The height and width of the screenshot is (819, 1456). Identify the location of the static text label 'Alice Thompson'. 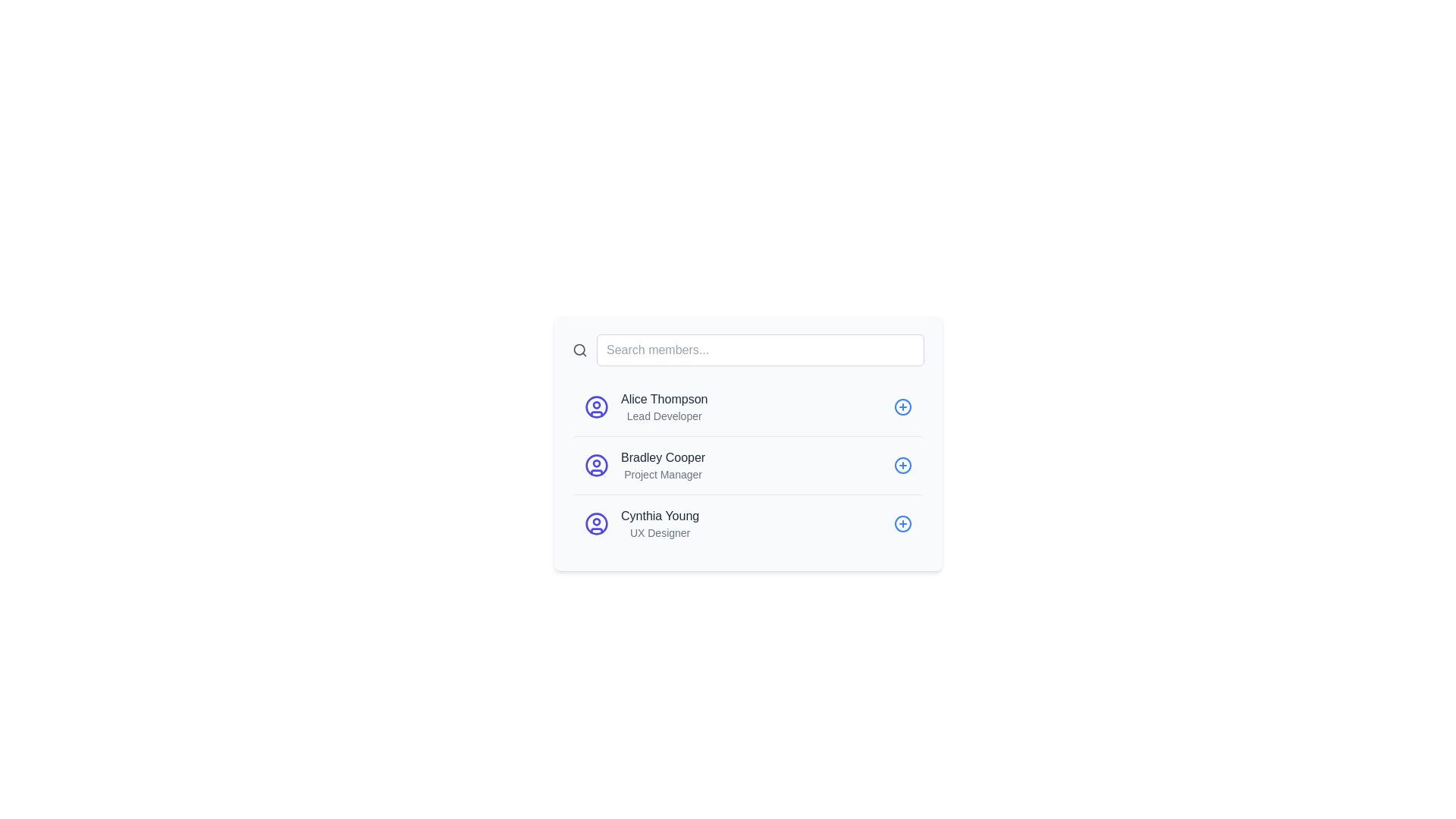
(664, 399).